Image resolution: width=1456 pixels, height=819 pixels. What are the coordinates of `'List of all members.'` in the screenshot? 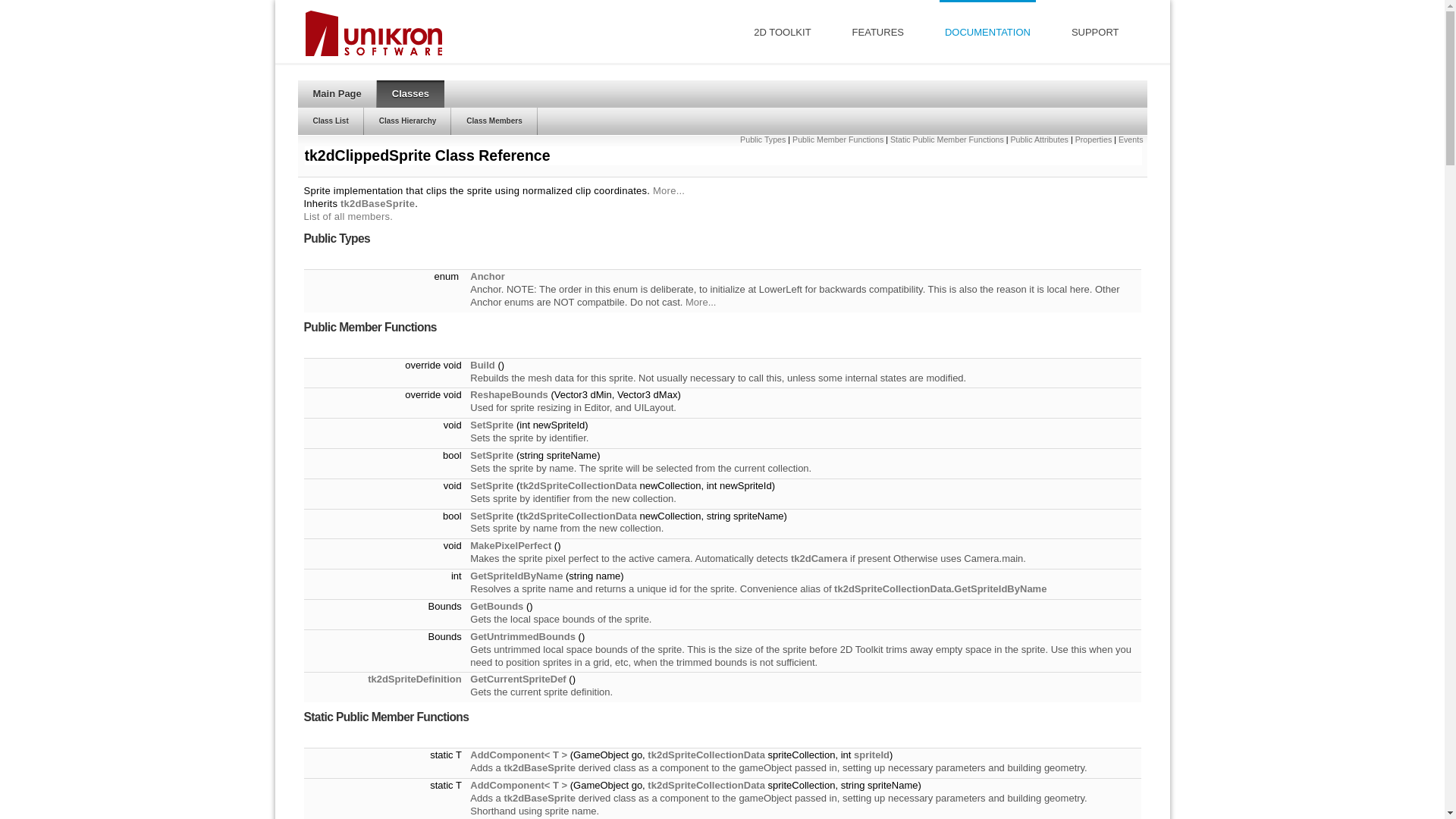 It's located at (347, 216).